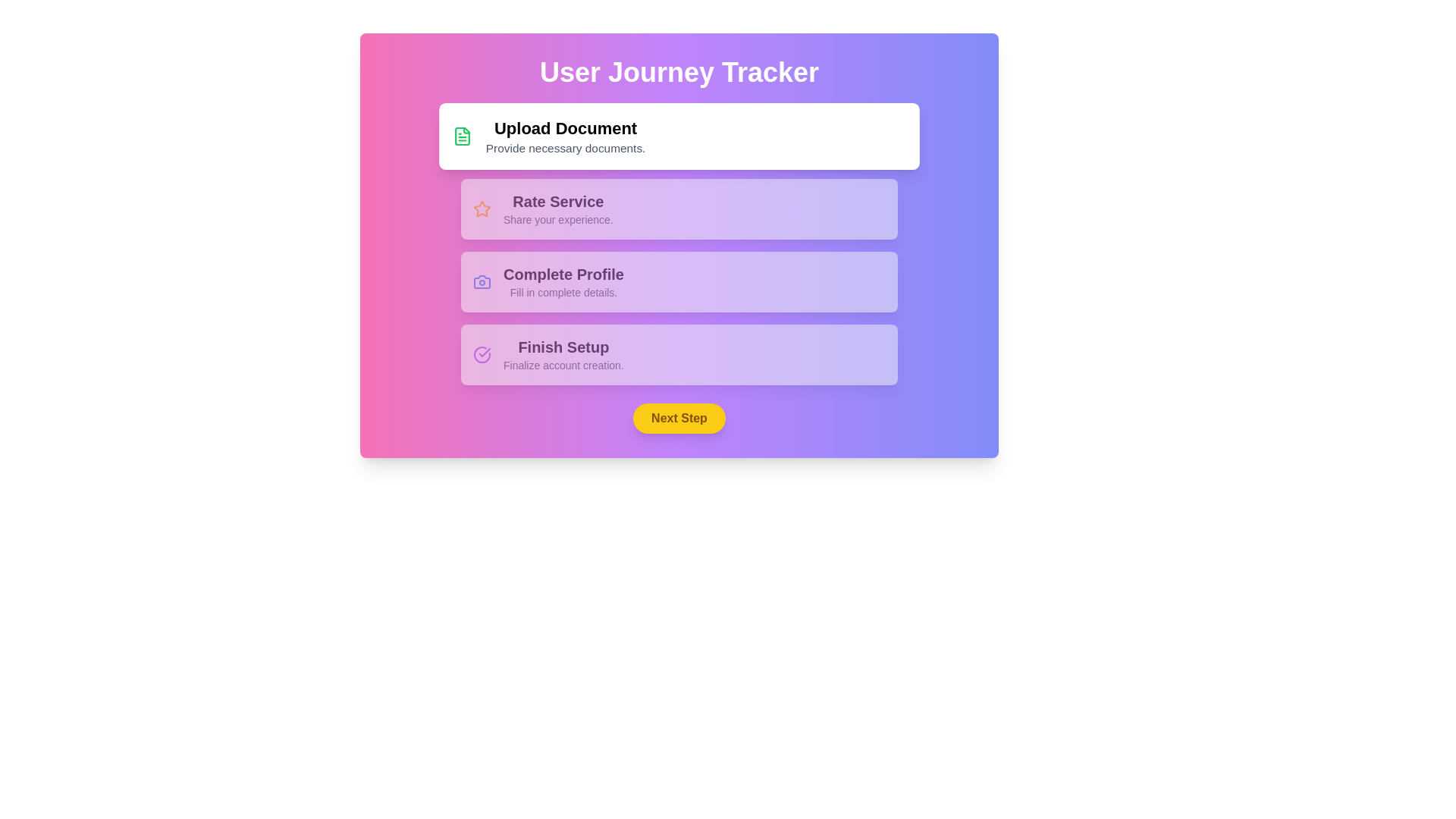 This screenshot has width=1456, height=819. What do you see at coordinates (481, 209) in the screenshot?
I see `the star-shaped yellow icon with an outlined border that is located to the left of the 'Rate Service' text` at bounding box center [481, 209].